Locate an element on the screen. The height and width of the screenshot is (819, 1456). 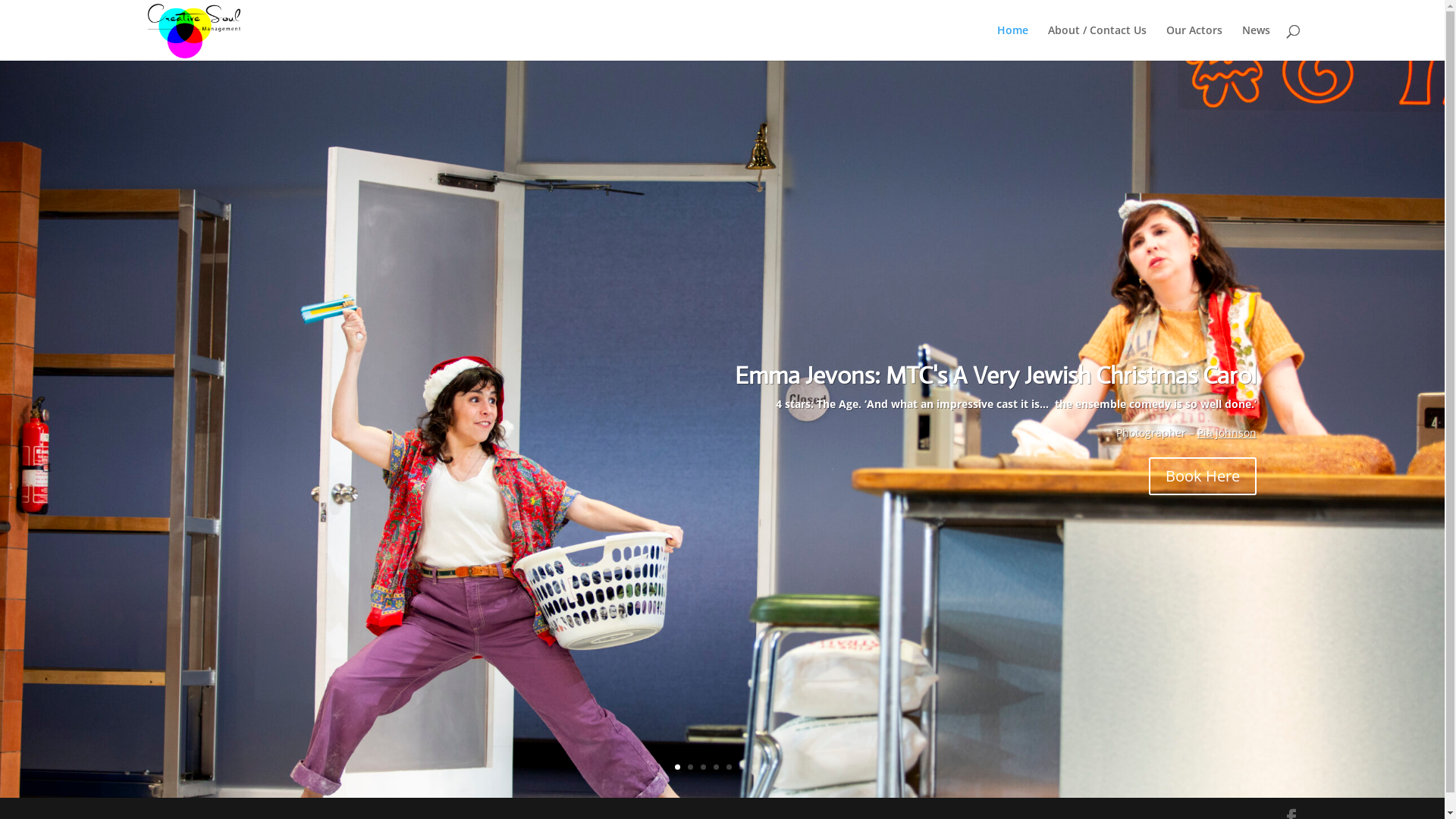
'8' is located at coordinates (767, 767).